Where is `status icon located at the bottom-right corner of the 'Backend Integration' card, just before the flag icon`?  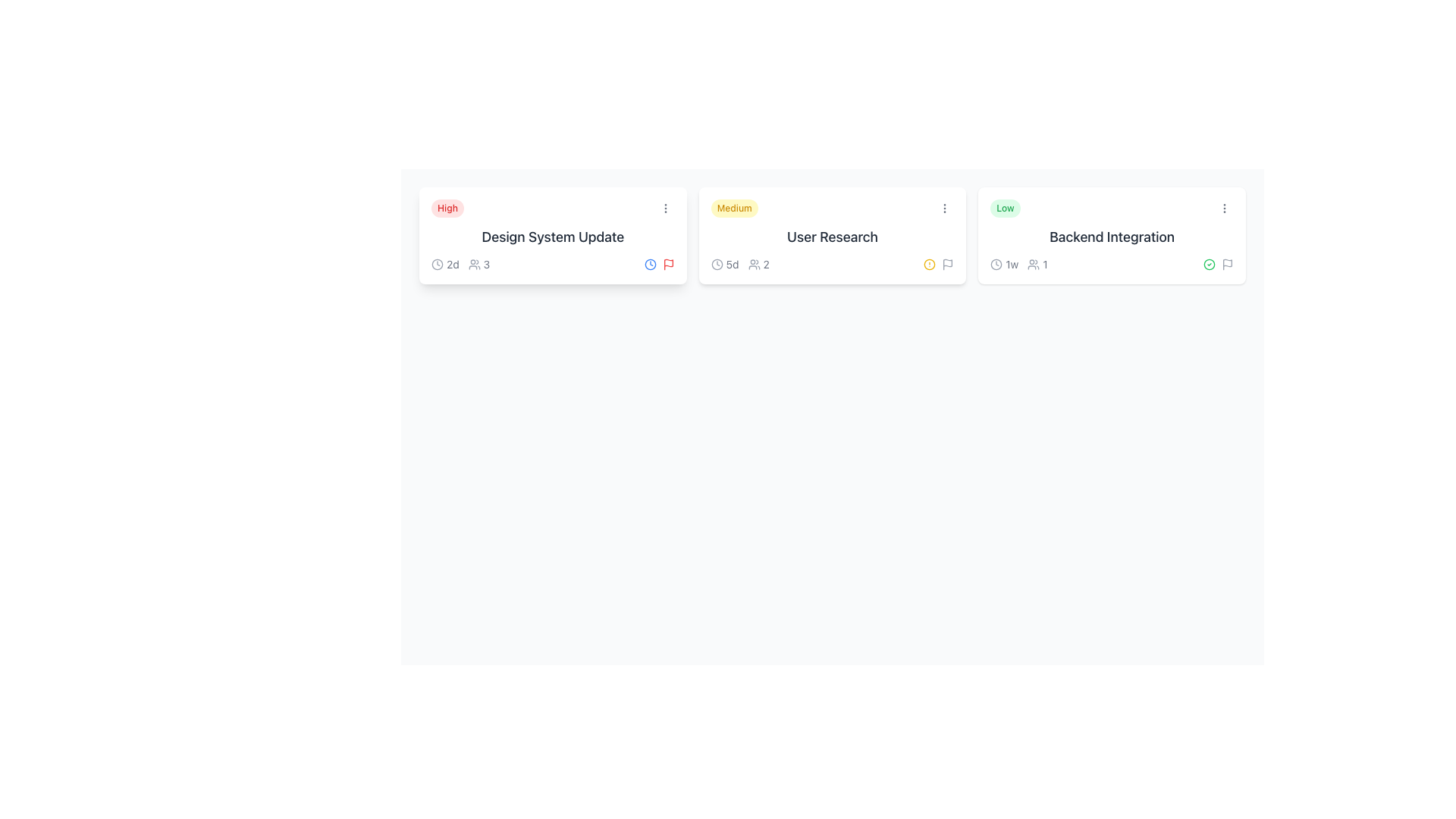 status icon located at the bottom-right corner of the 'Backend Integration' card, just before the flag icon is located at coordinates (1208, 263).